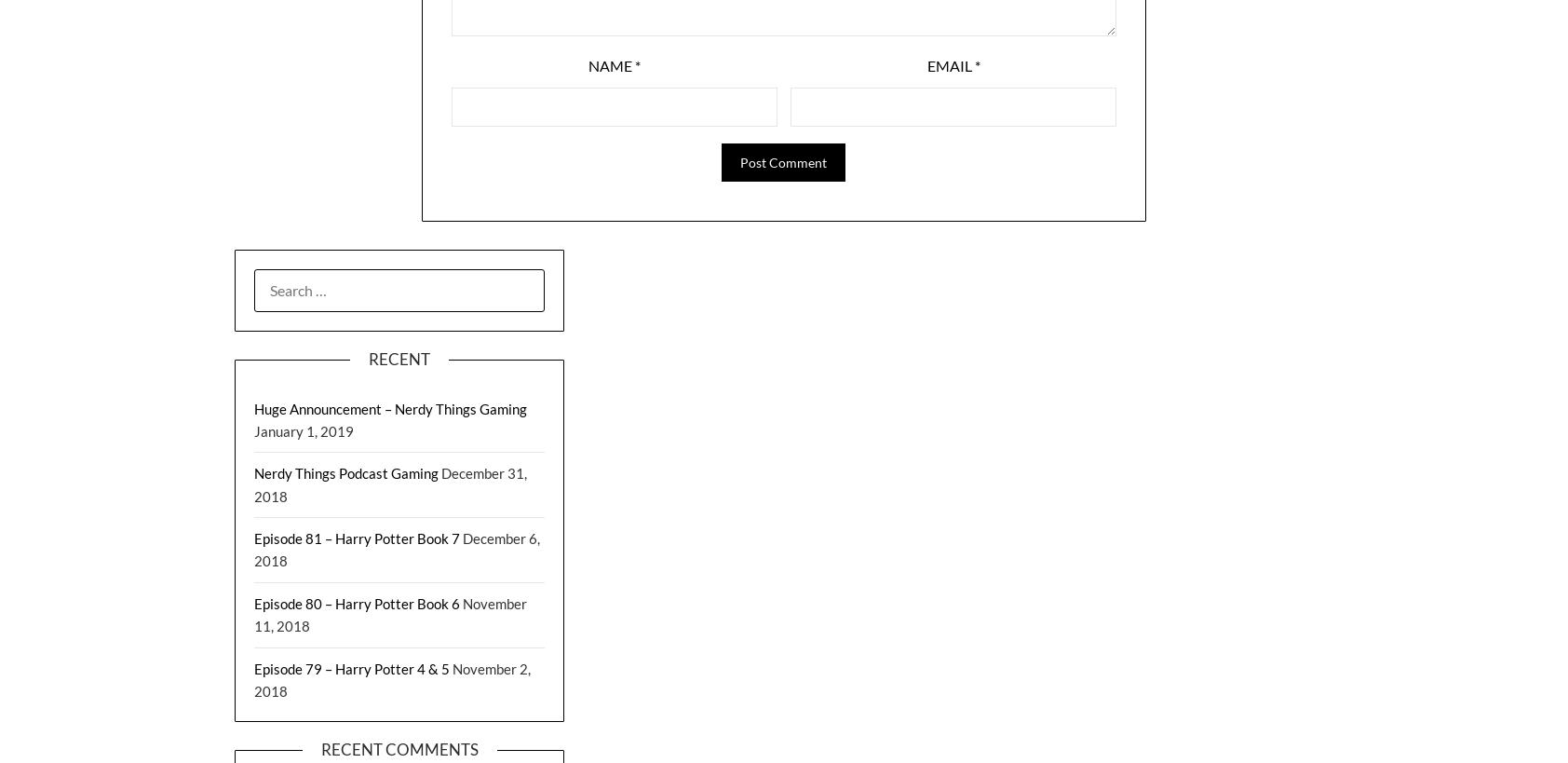 The width and height of the screenshot is (1568, 763). Describe the element at coordinates (352, 667) in the screenshot. I see `'Episode 79 – Harry Potter 4 & 5'` at that location.